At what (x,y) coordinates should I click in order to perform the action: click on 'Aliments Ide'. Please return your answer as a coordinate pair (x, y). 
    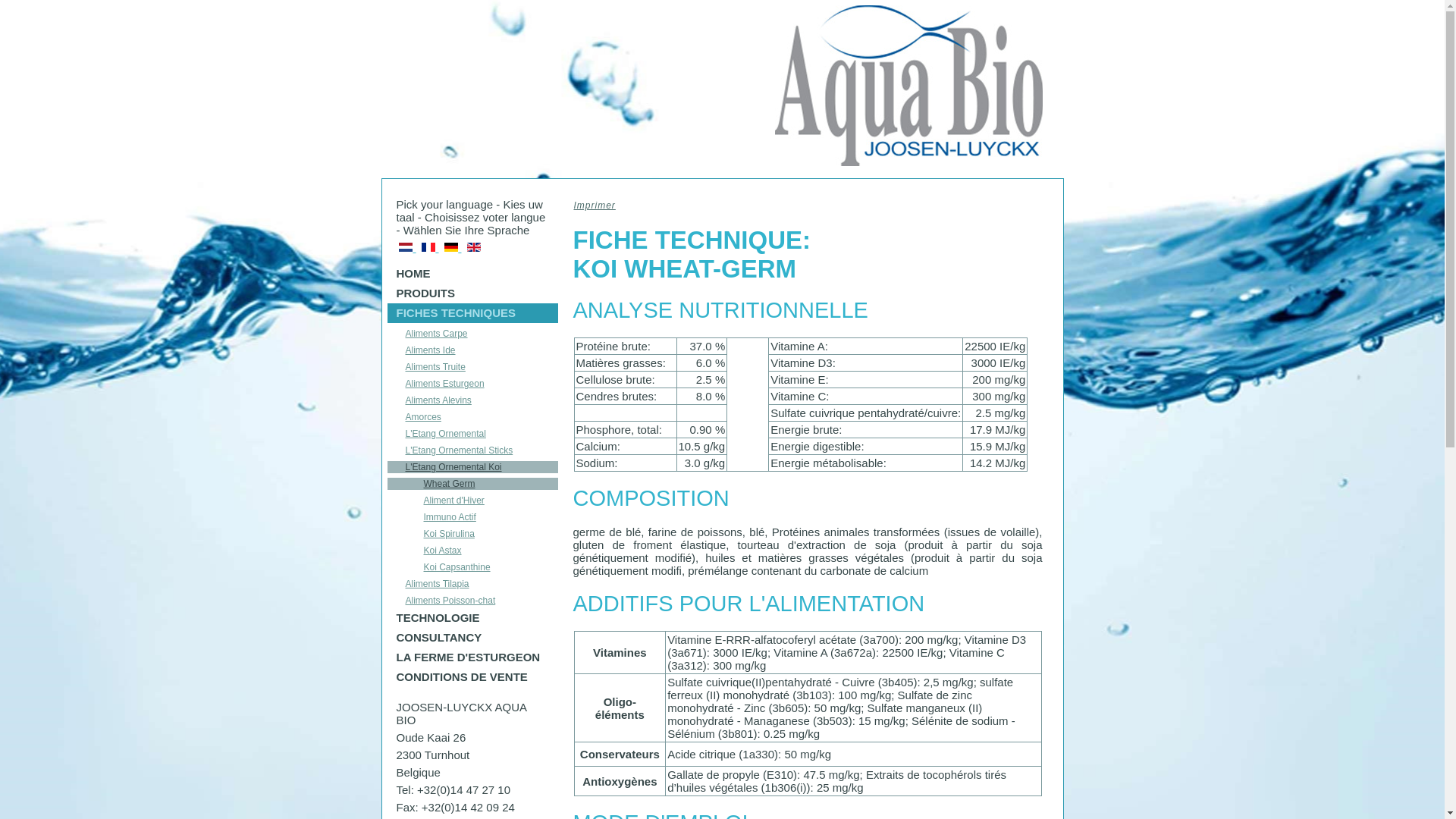
    Looking at the image, I should click on (471, 350).